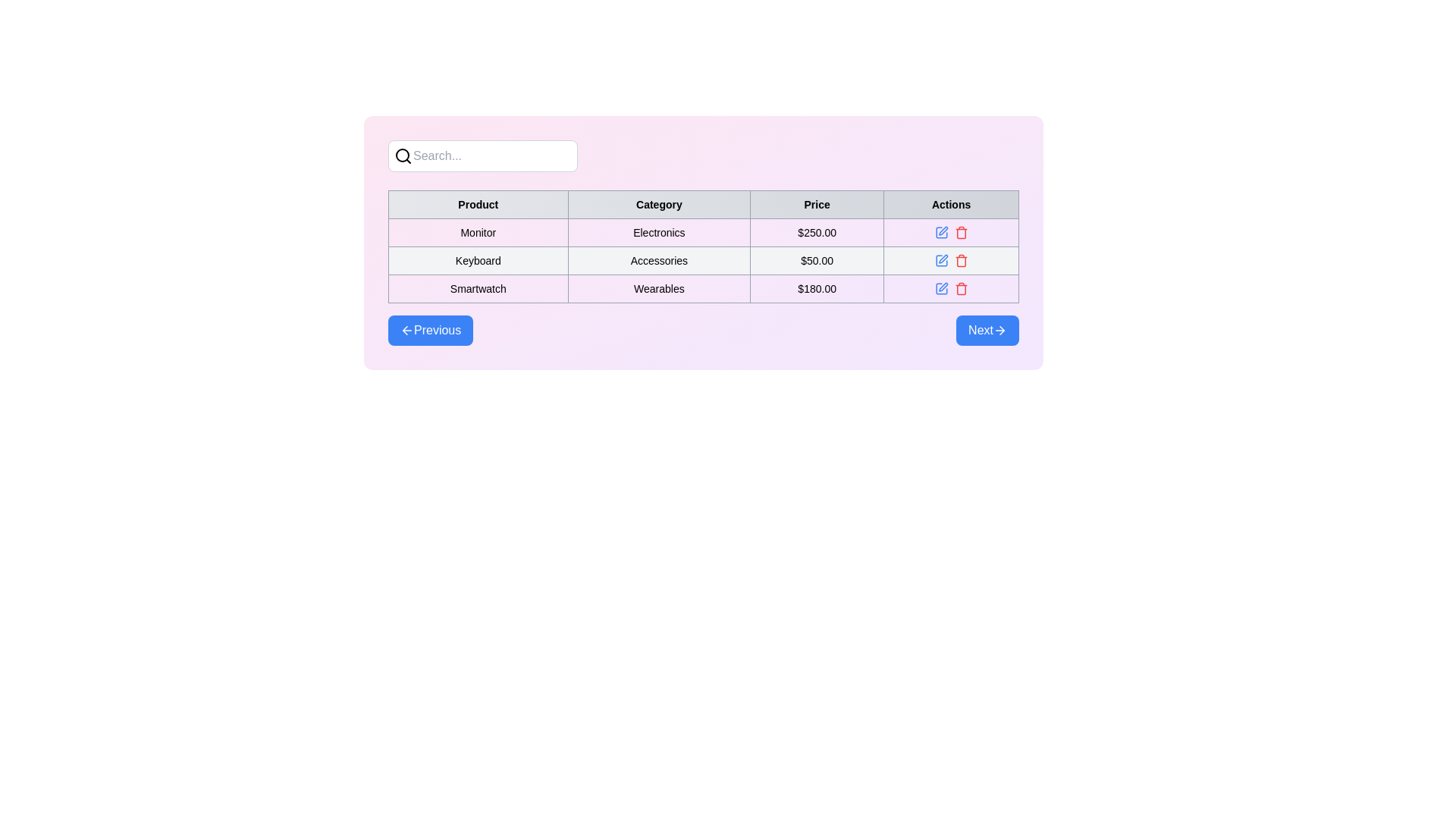  What do you see at coordinates (940, 289) in the screenshot?
I see `the edit icon button in the 'Actions' column of the last table row` at bounding box center [940, 289].